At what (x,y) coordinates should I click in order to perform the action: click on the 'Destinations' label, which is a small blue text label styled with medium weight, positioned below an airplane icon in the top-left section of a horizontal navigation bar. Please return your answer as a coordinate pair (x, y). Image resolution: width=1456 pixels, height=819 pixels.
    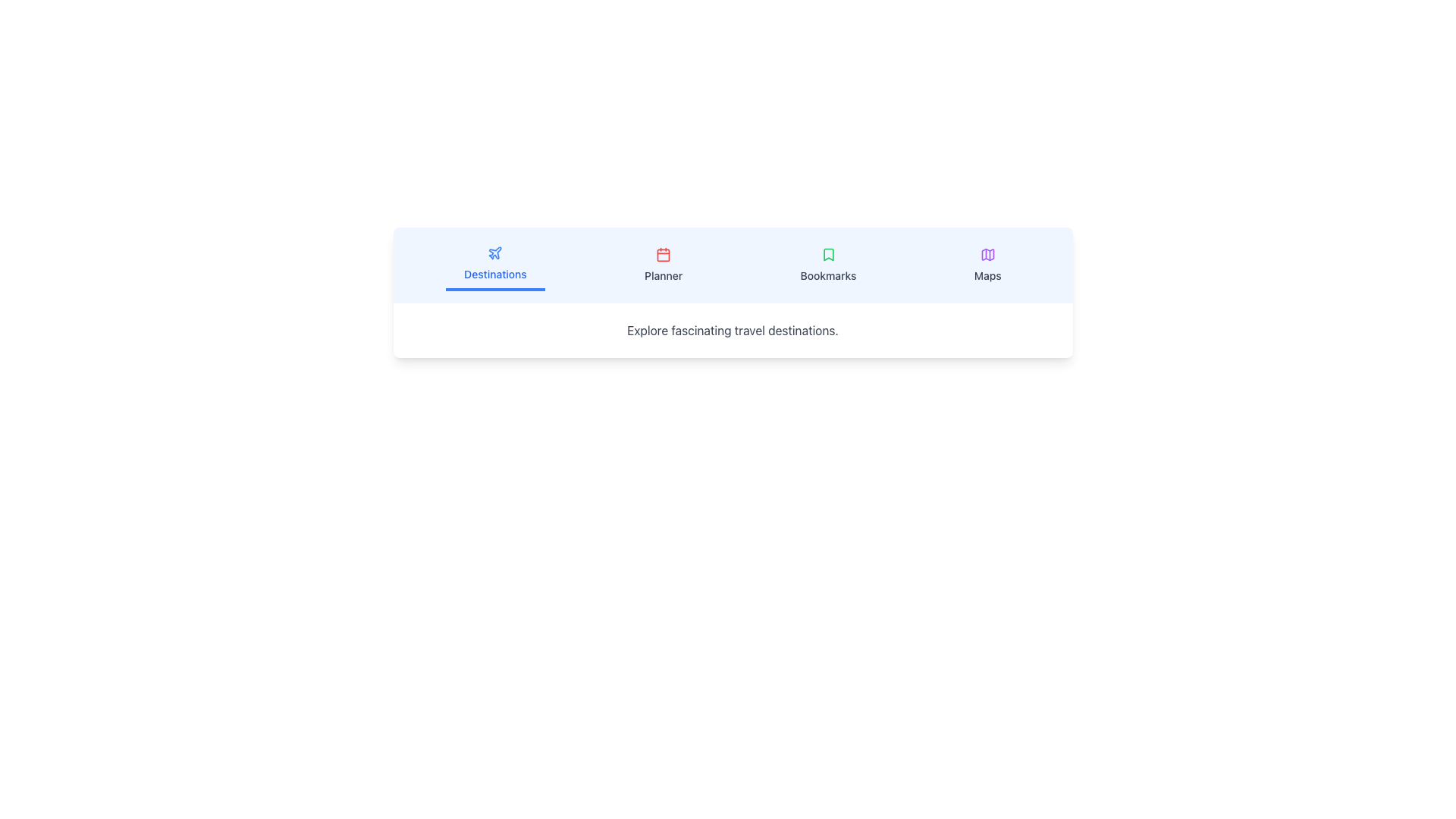
    Looking at the image, I should click on (495, 275).